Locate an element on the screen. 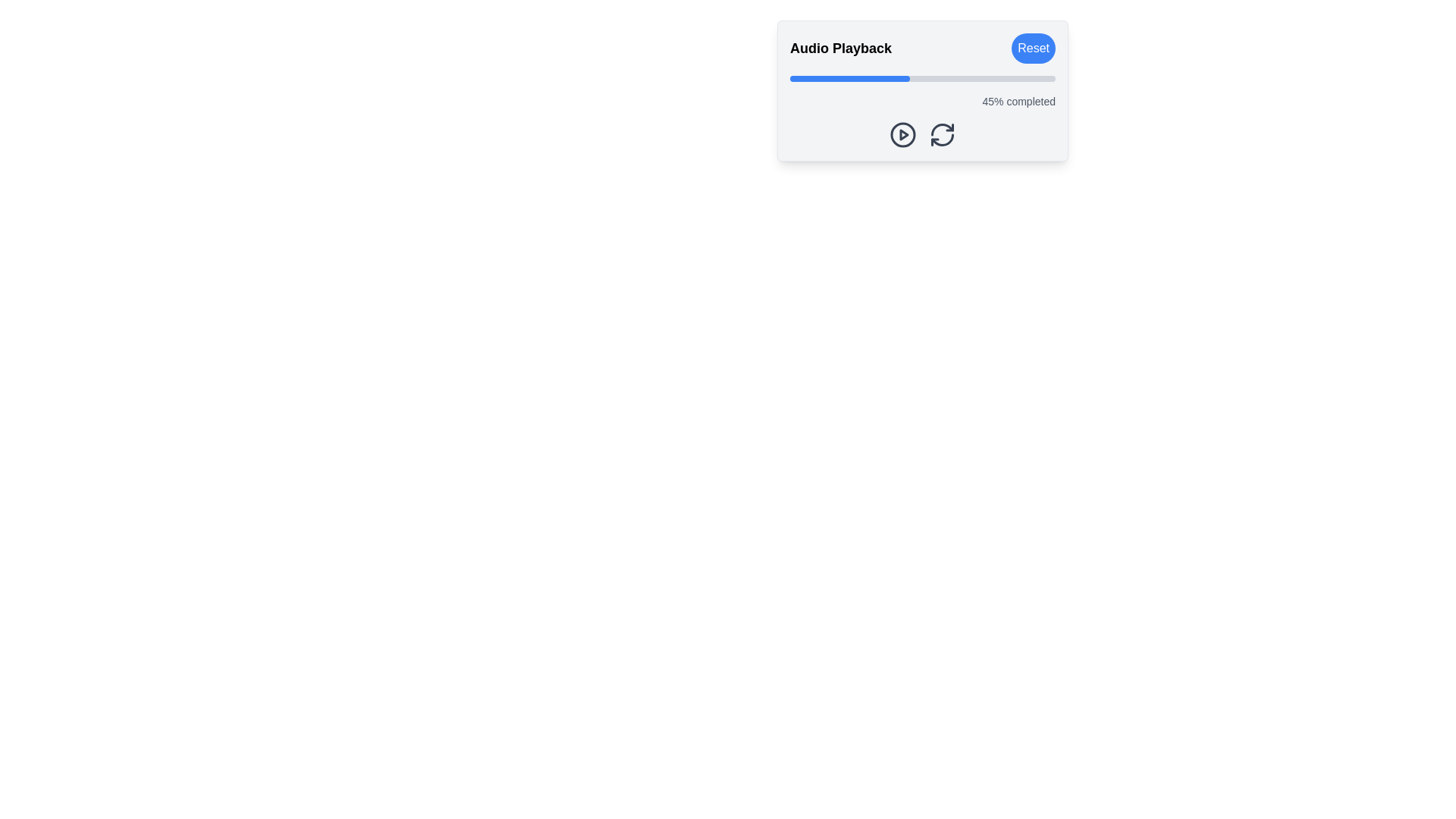 The height and width of the screenshot is (819, 1456). the triangular play icon, which is centered within the larger circular play button is located at coordinates (904, 133).